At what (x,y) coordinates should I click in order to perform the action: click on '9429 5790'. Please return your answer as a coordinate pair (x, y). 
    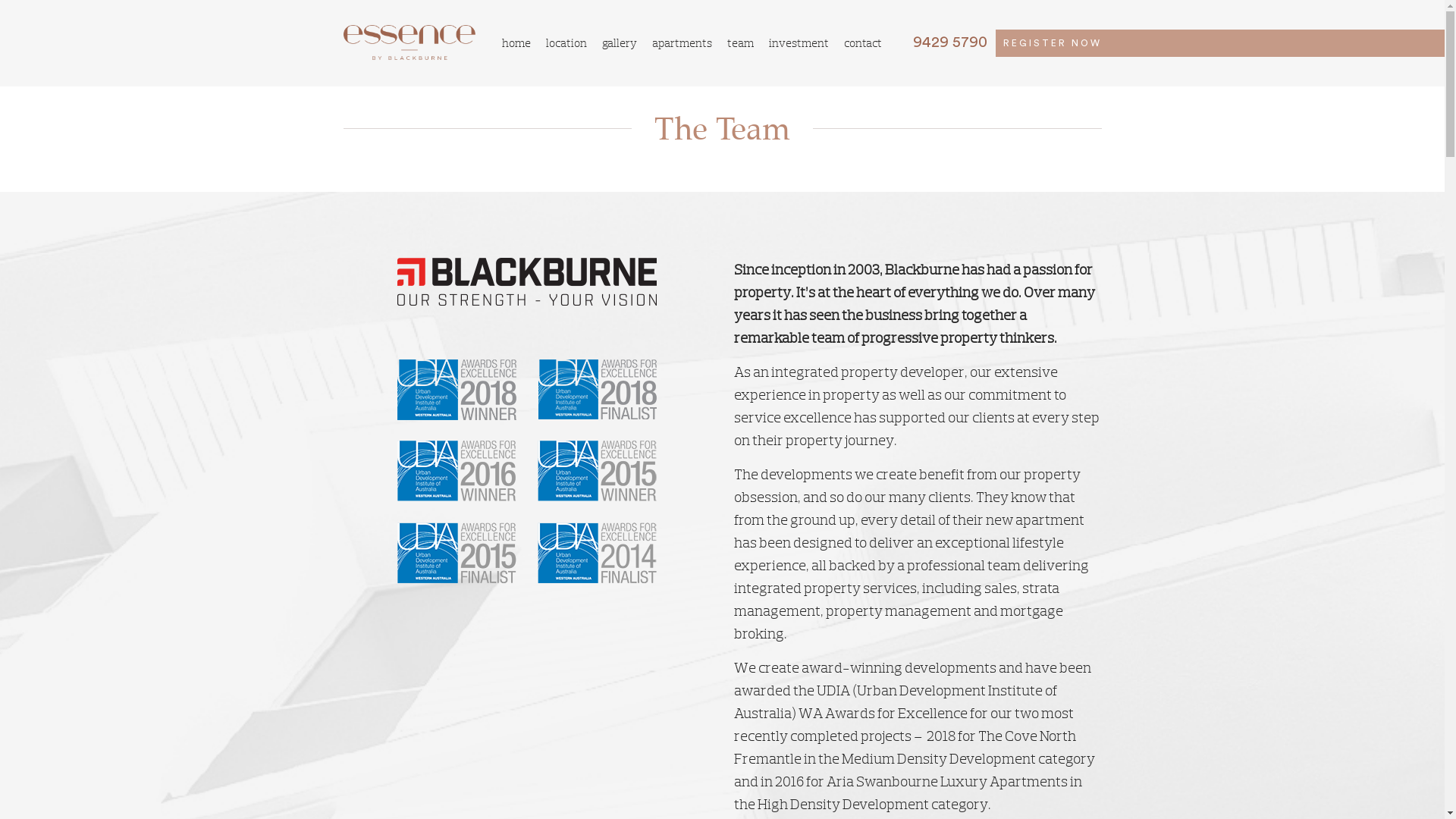
    Looking at the image, I should click on (941, 42).